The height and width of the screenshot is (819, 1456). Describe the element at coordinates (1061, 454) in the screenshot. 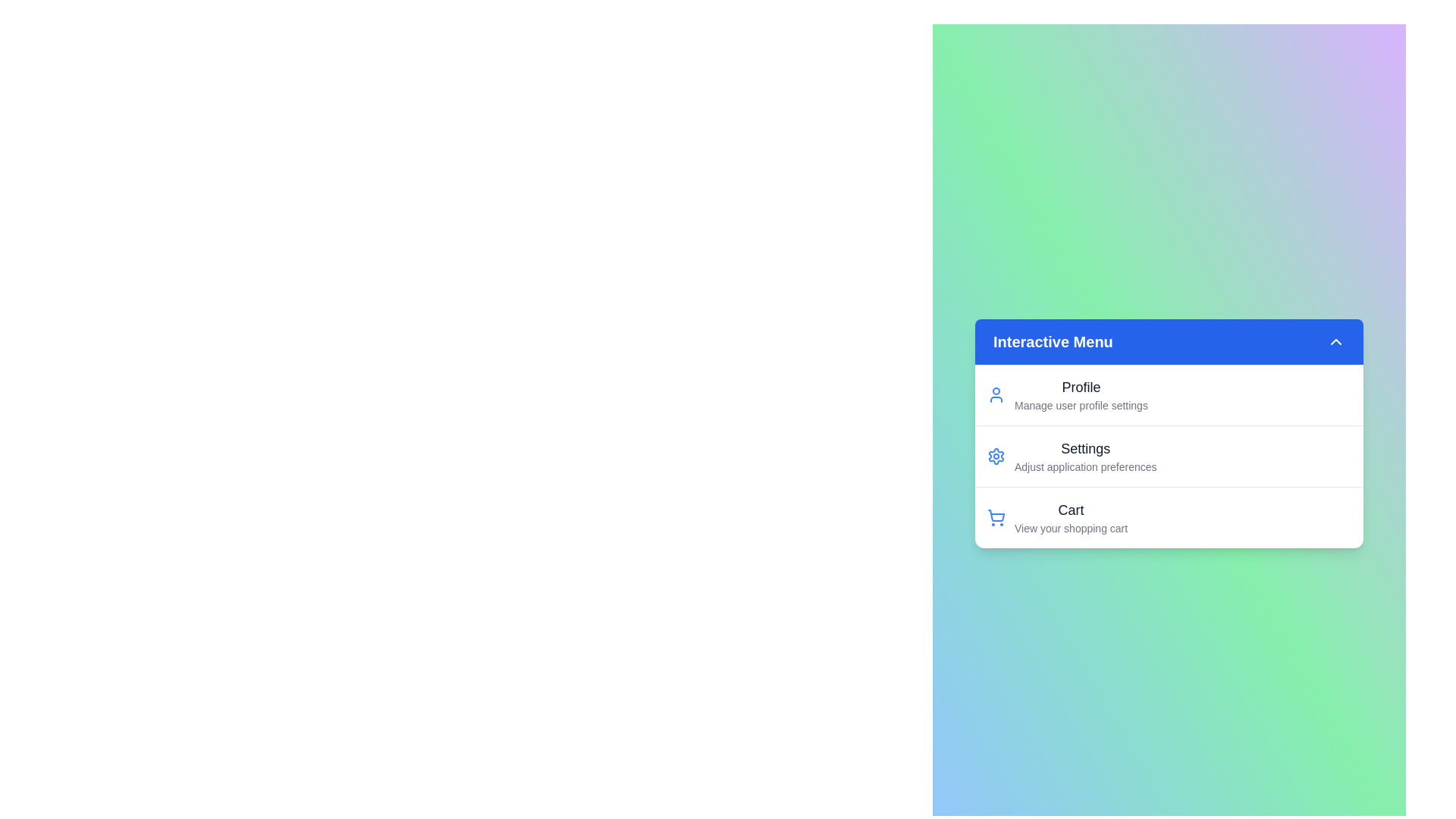

I see `the menu item Settings to highlight it` at that location.